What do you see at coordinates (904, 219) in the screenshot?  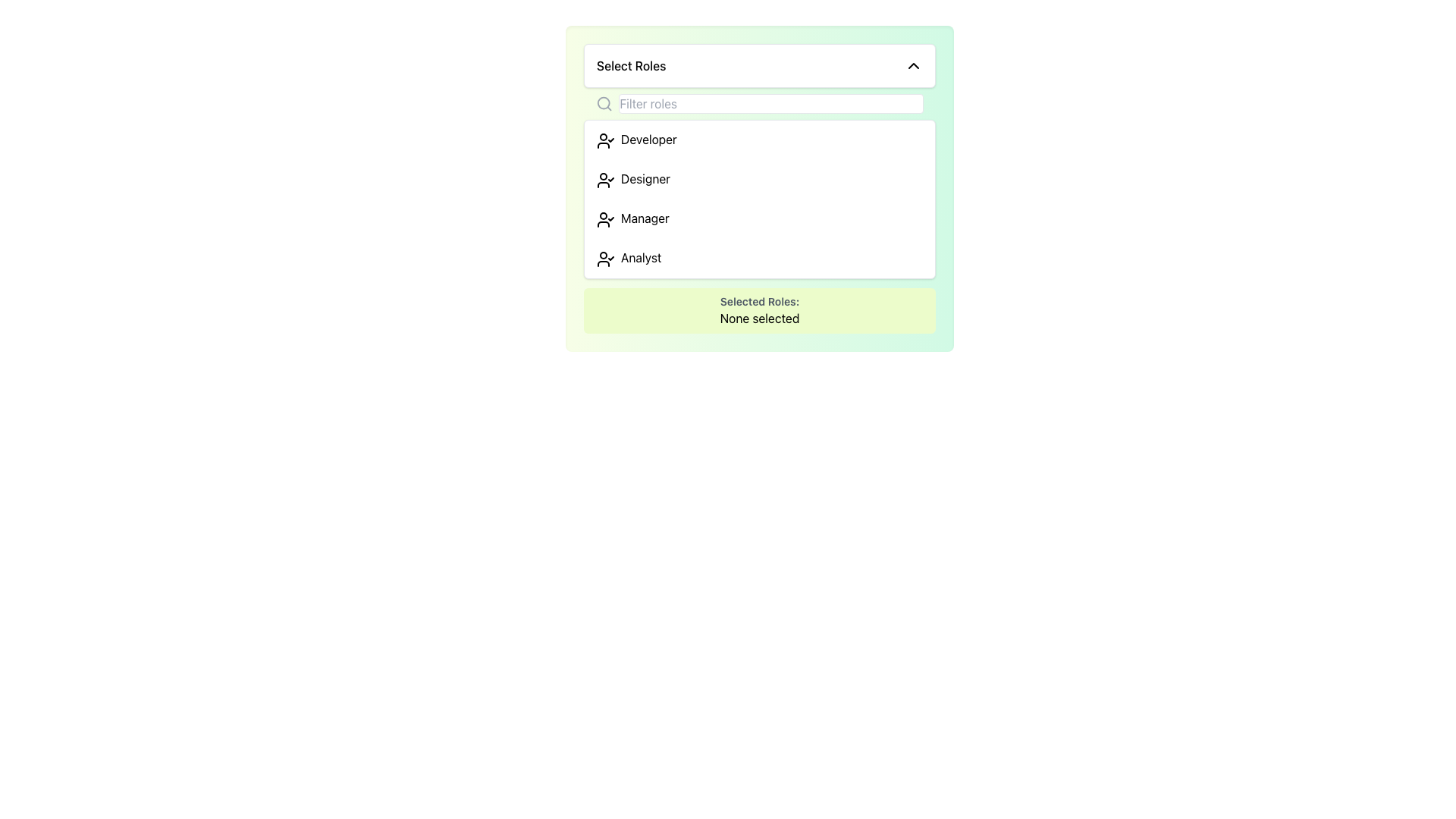 I see `the 'Add' button located at the right end of the row for 'Manager', which is the third item in the list` at bounding box center [904, 219].